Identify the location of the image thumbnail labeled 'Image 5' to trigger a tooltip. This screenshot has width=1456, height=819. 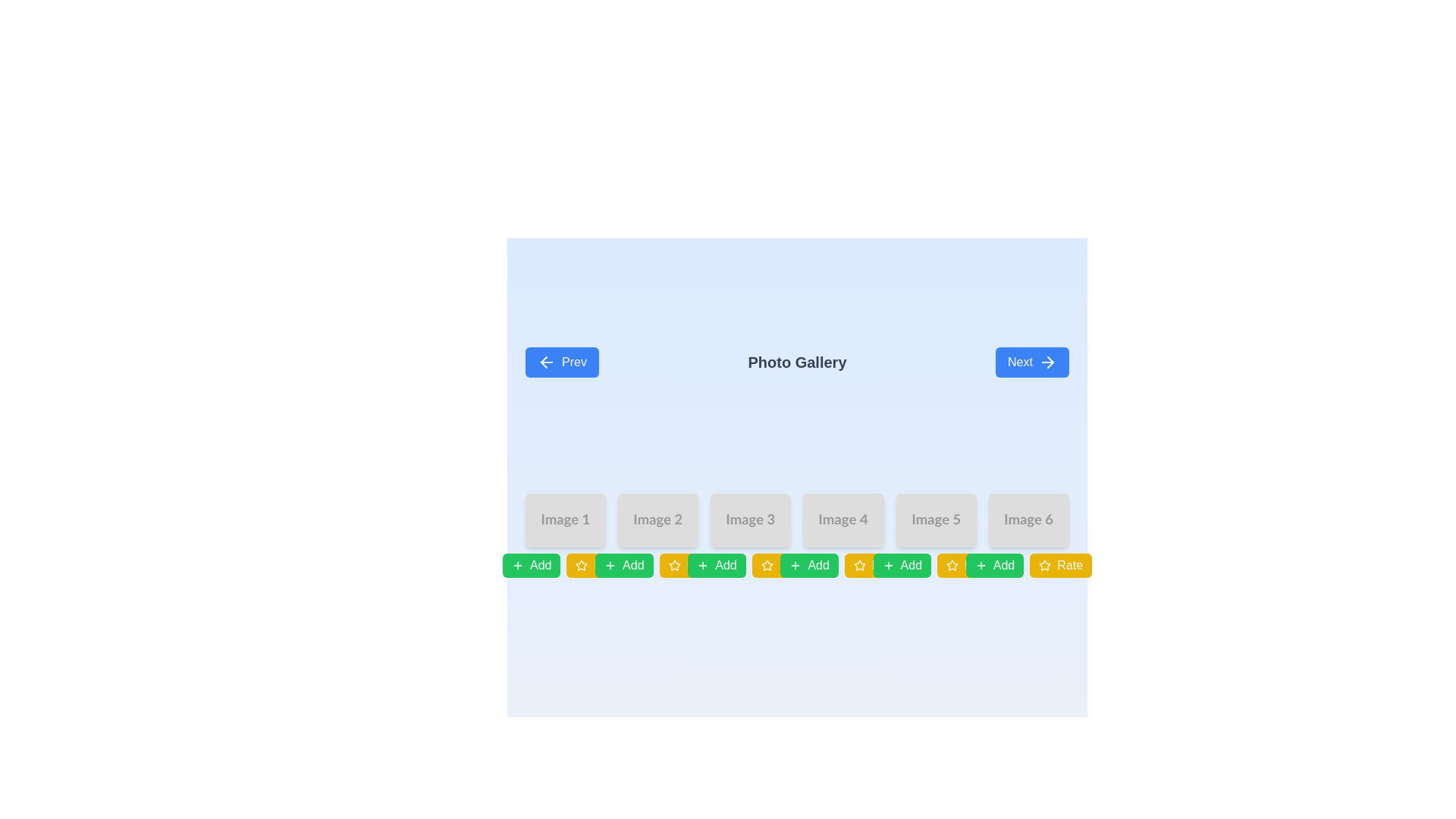
(935, 519).